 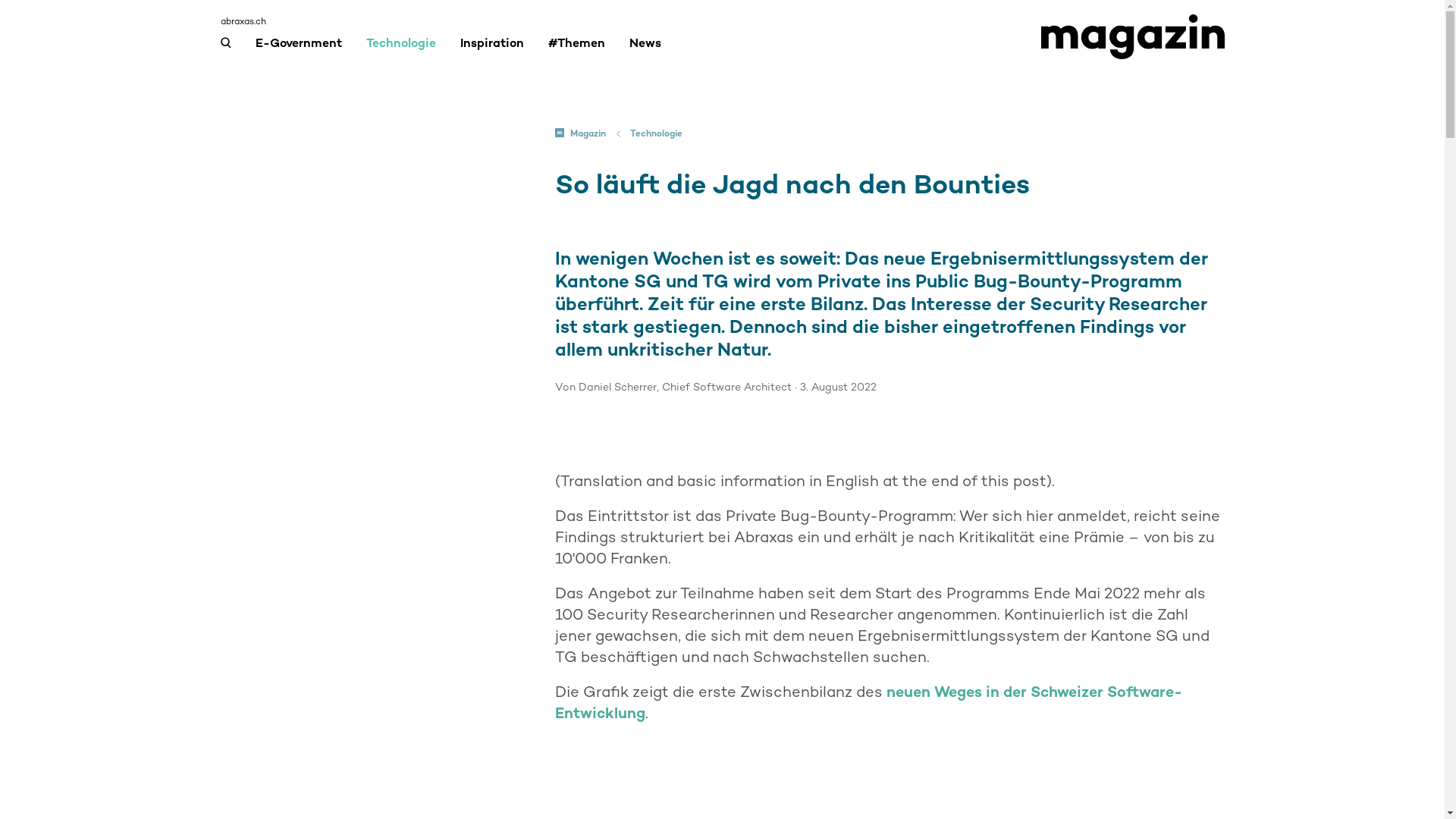 What do you see at coordinates (868, 701) in the screenshot?
I see `'neuen Weges in der Schweizer Software-Entwicklung'` at bounding box center [868, 701].